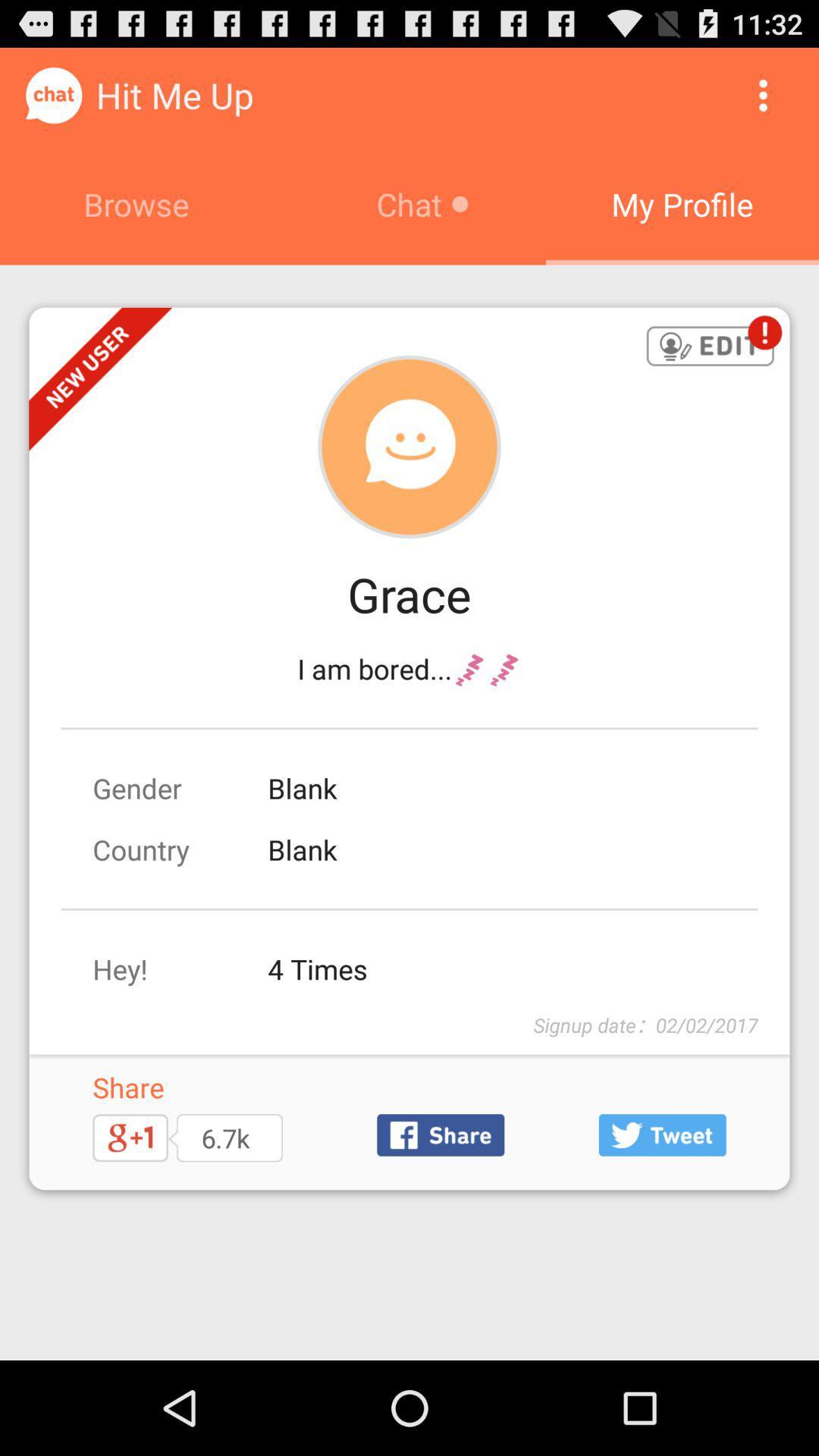 The height and width of the screenshot is (1456, 819). Describe the element at coordinates (763, 94) in the screenshot. I see `button to the right of browse` at that location.